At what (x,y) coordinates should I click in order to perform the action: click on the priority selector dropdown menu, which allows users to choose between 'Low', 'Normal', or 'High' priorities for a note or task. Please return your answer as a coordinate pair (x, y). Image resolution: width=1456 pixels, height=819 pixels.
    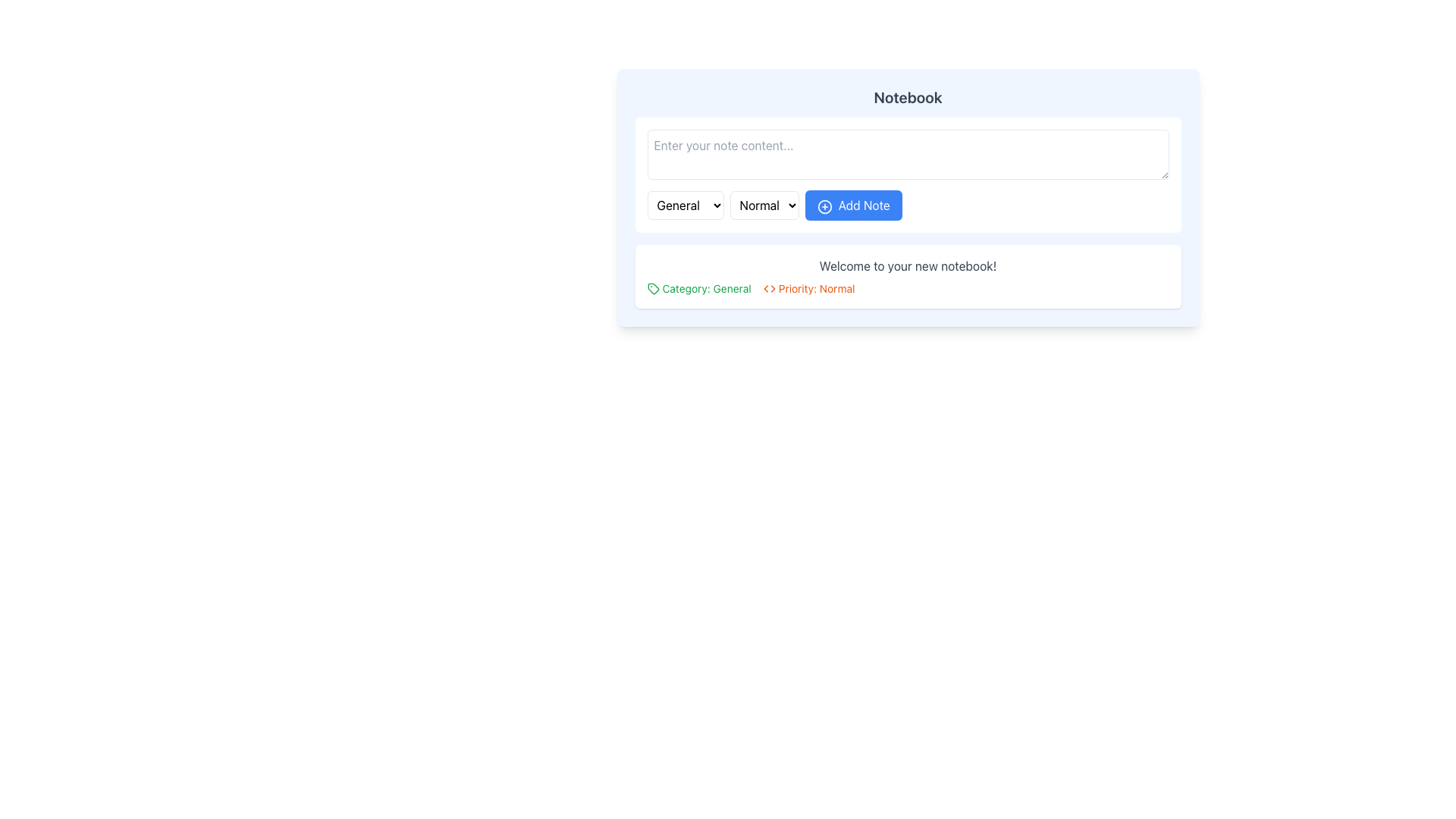
    Looking at the image, I should click on (764, 205).